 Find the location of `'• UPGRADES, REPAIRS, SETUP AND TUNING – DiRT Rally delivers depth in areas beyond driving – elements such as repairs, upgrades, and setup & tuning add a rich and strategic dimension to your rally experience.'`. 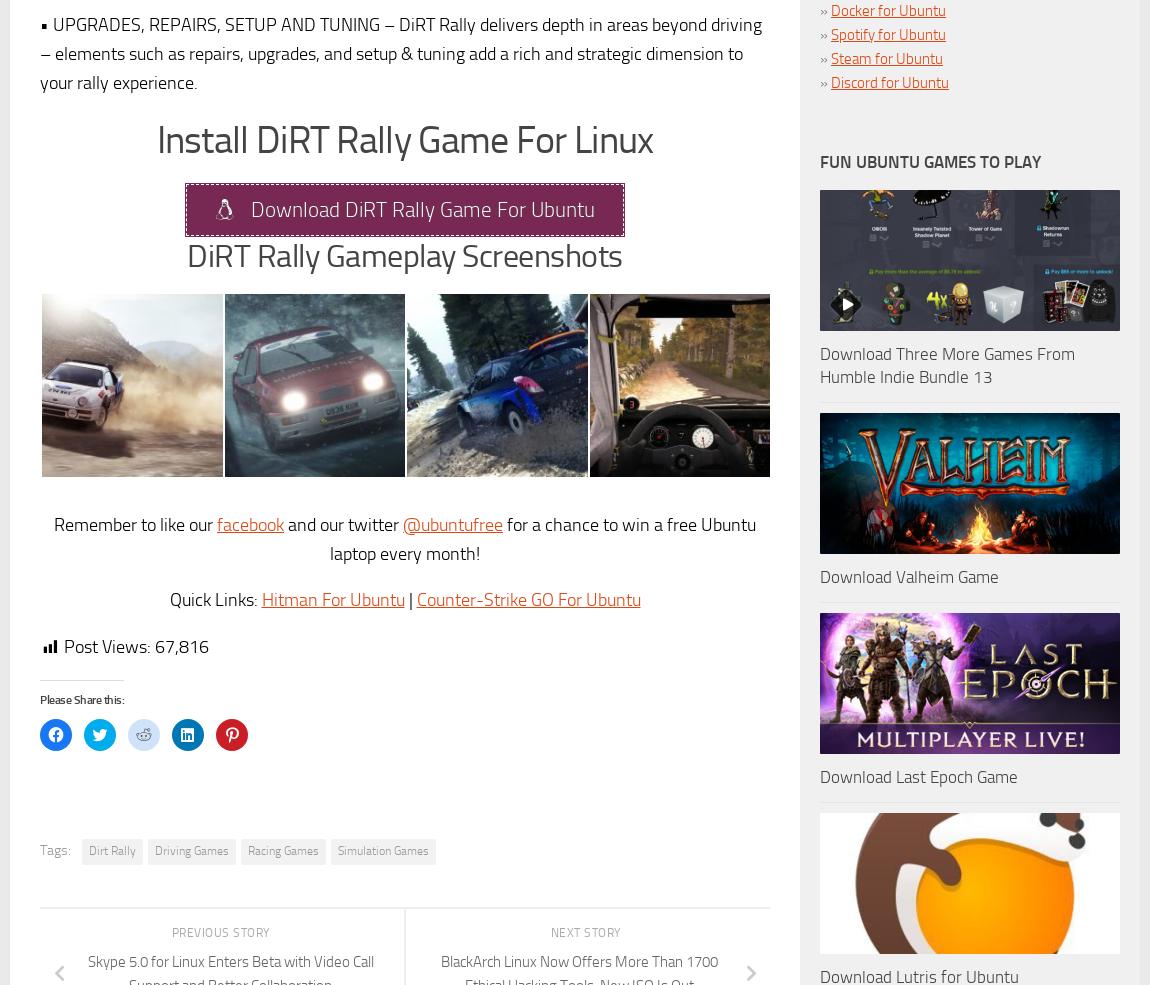

'• UPGRADES, REPAIRS, SETUP AND TUNING – DiRT Rally delivers depth in areas beyond driving – elements such as repairs, upgrades, and setup & tuning add a rich and strategic dimension to your rally experience.' is located at coordinates (401, 52).